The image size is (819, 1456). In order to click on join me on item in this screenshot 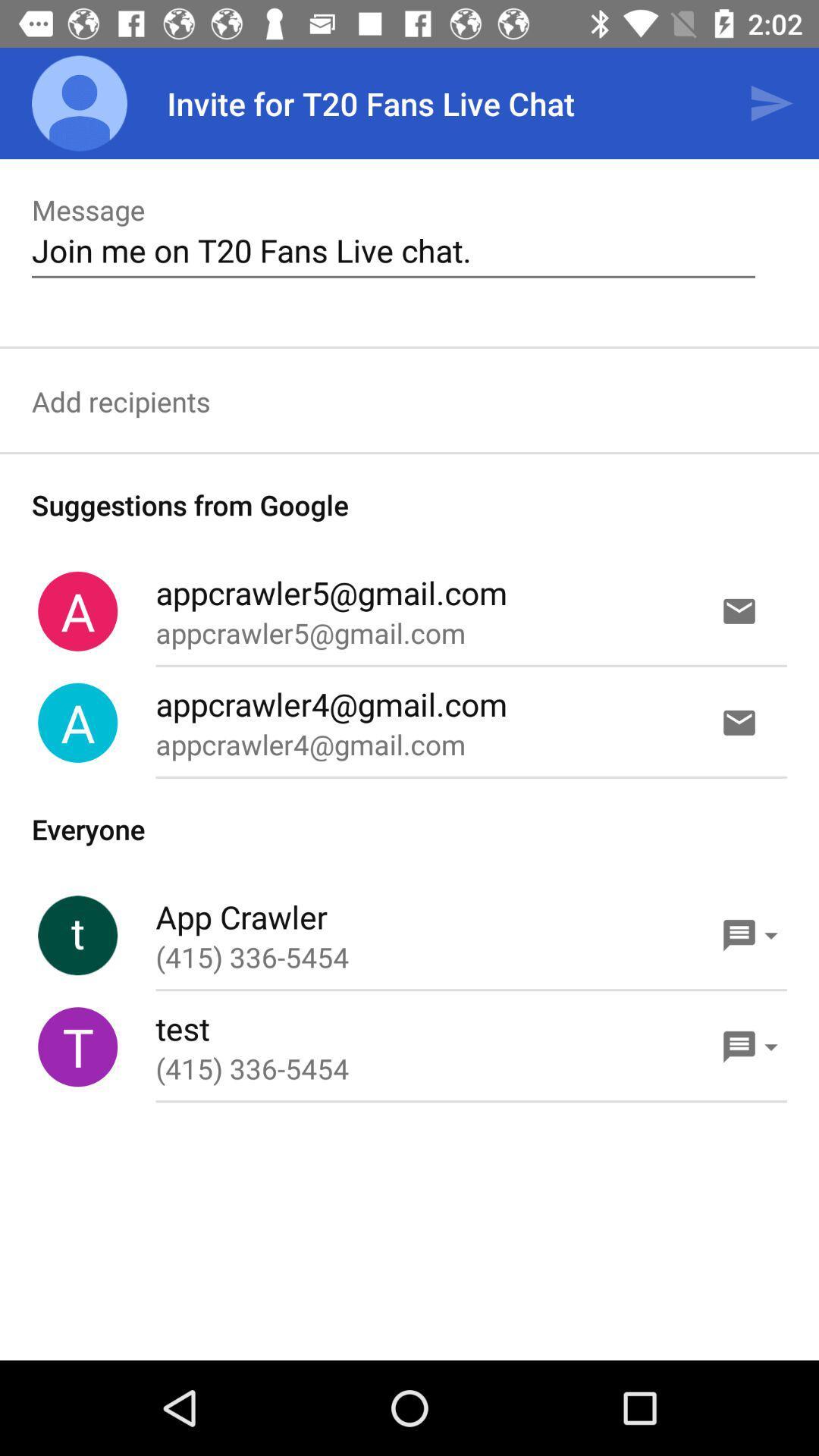, I will do `click(393, 250)`.